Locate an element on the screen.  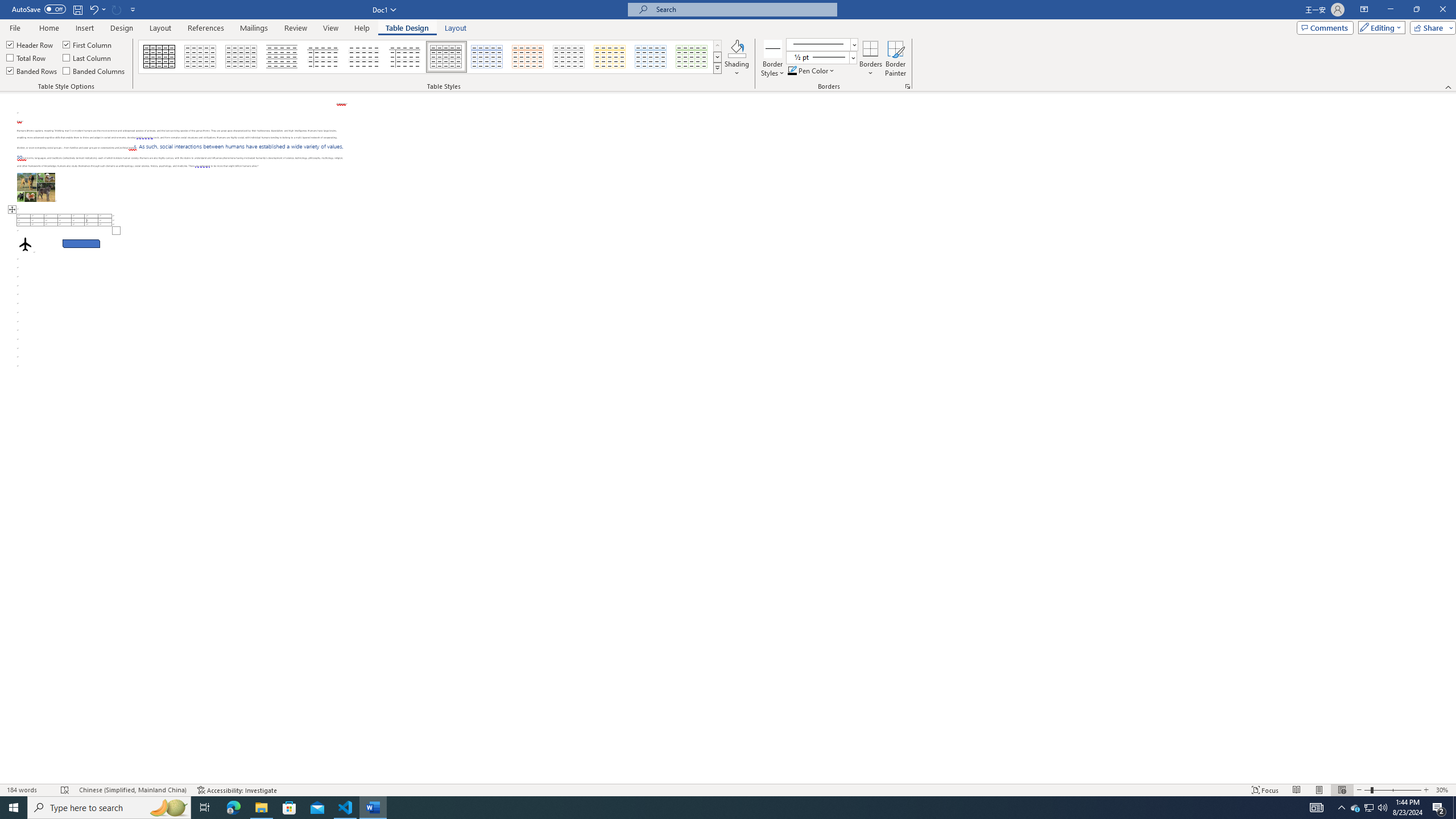
'Banded Columns' is located at coordinates (94, 69).